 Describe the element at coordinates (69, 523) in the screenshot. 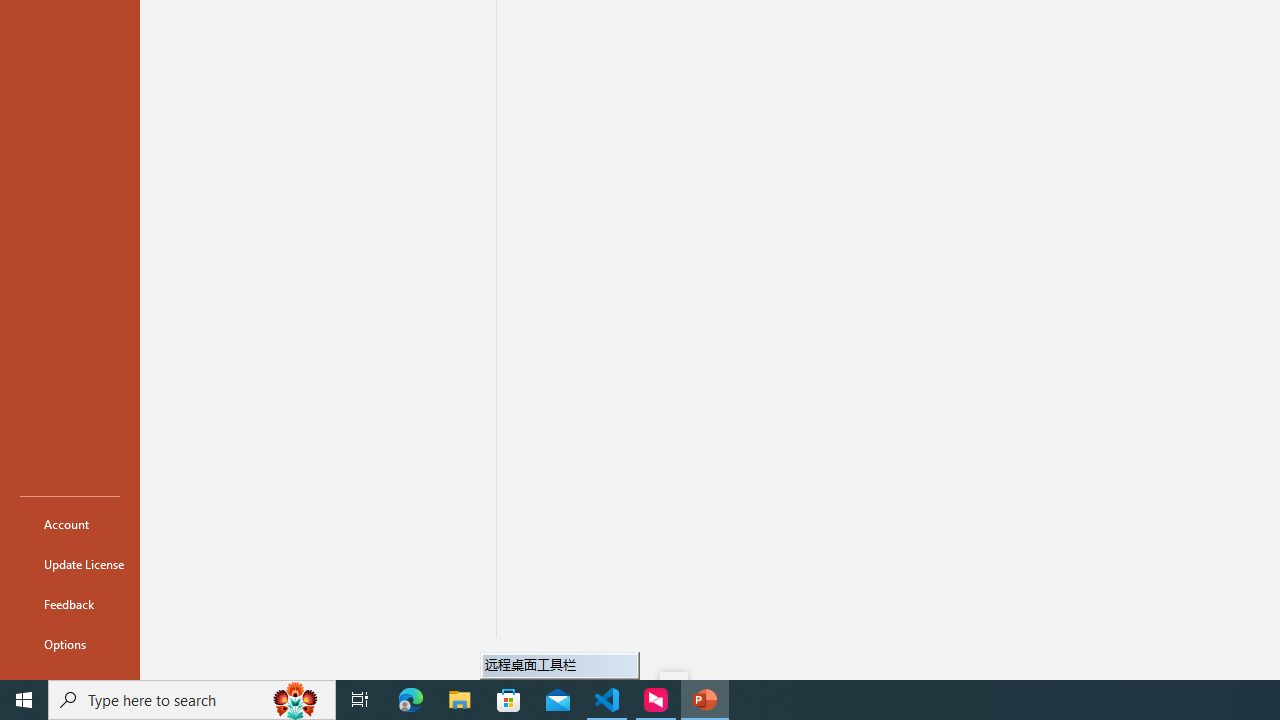

I see `'Account'` at that location.